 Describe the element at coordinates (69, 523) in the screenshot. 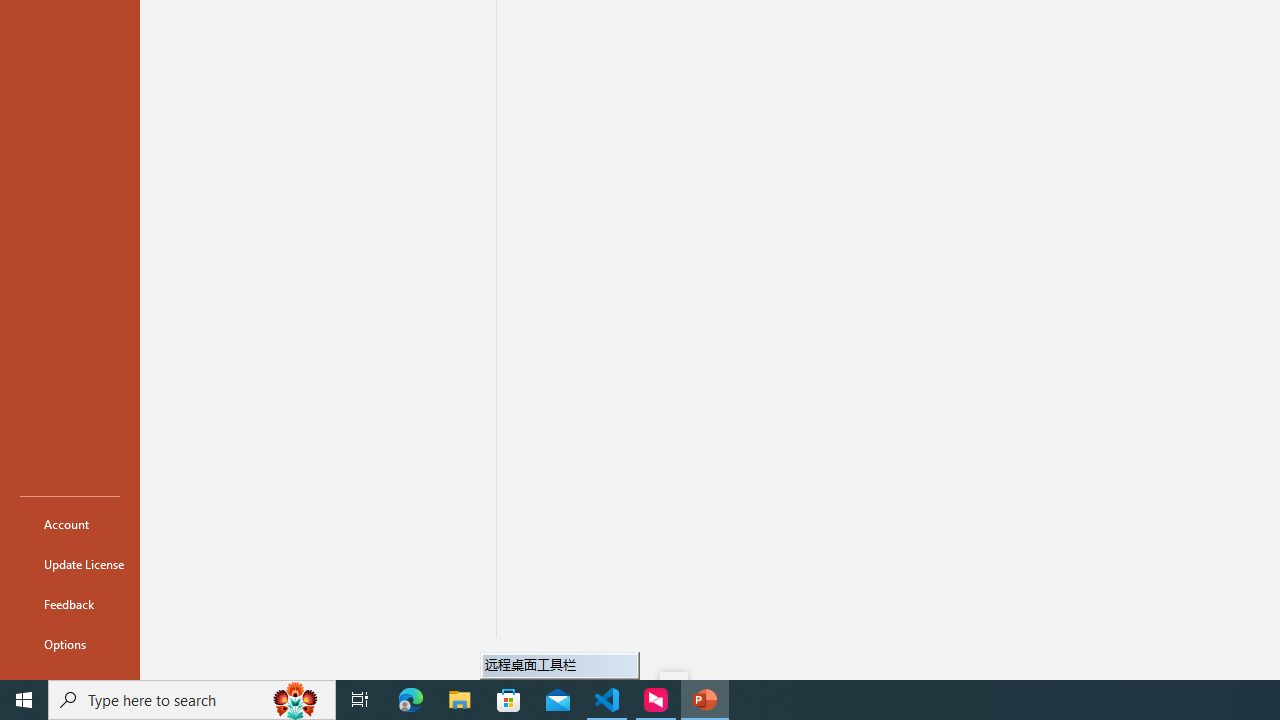

I see `'Account'` at that location.